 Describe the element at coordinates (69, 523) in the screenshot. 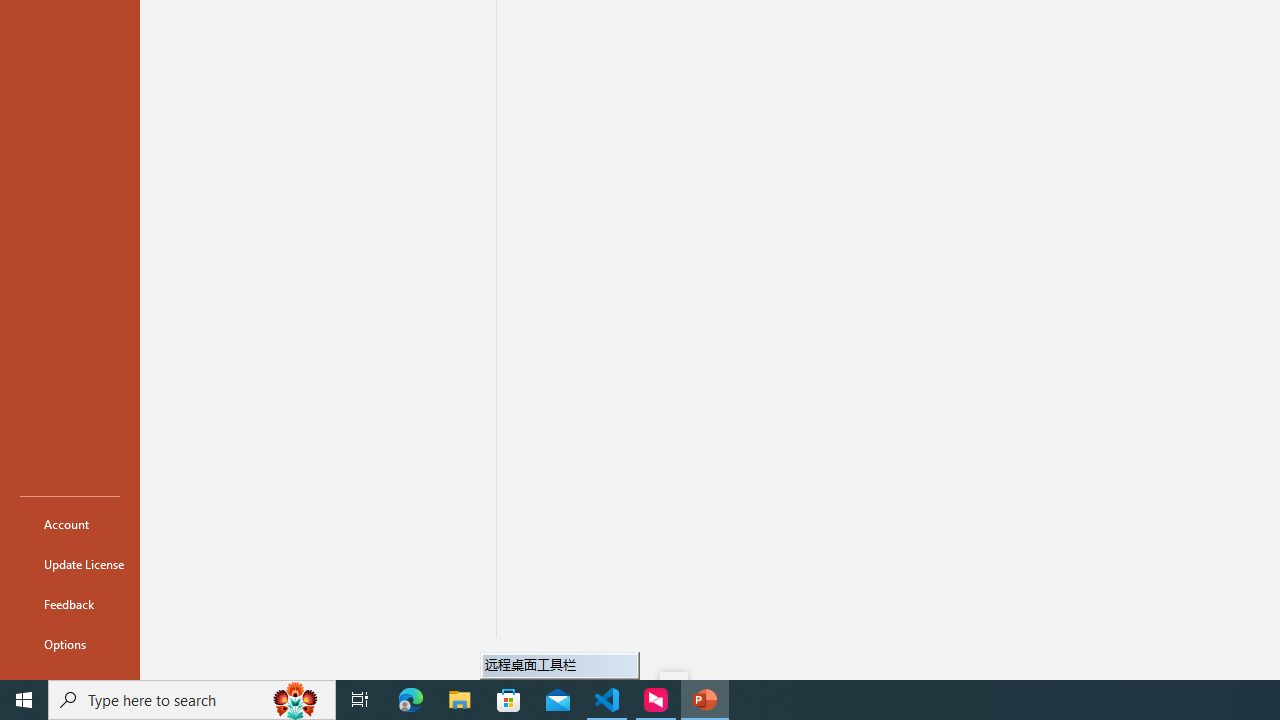

I see `'Account'` at that location.